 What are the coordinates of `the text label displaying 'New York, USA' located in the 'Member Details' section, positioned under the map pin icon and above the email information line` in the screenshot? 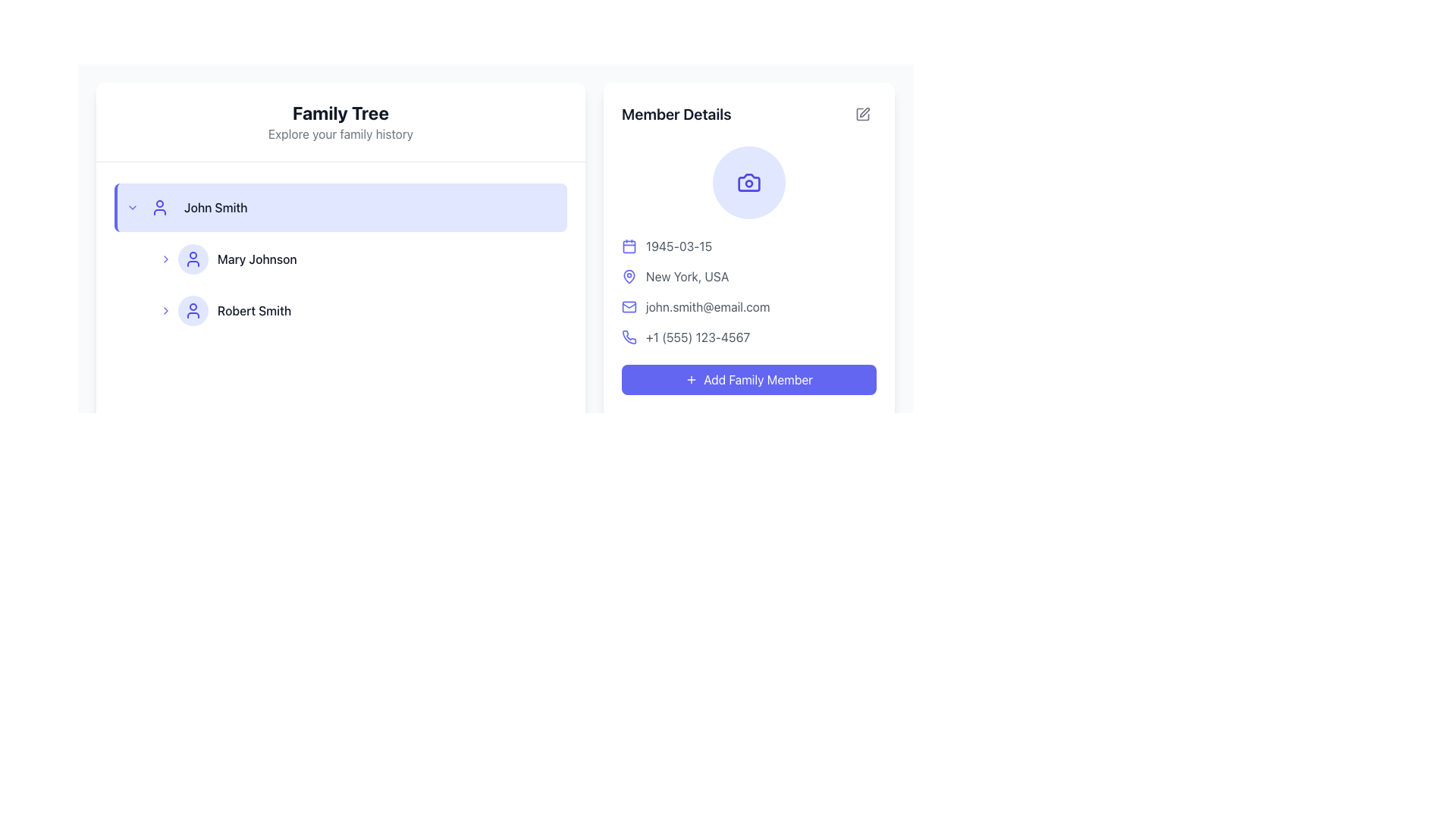 It's located at (686, 277).